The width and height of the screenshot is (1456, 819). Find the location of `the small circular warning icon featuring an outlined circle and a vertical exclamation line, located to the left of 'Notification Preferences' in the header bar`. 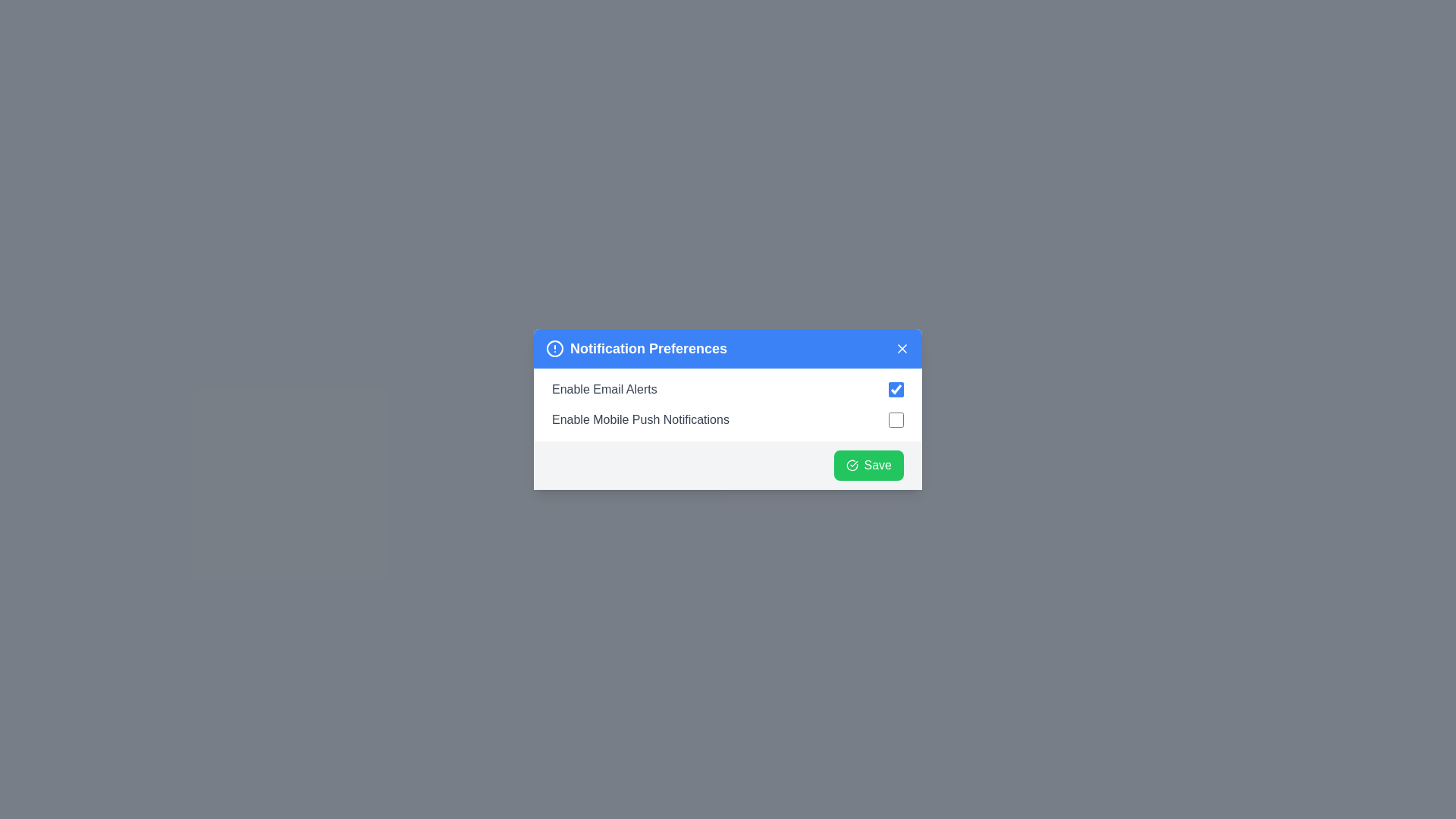

the small circular warning icon featuring an outlined circle and a vertical exclamation line, located to the left of 'Notification Preferences' in the header bar is located at coordinates (554, 348).